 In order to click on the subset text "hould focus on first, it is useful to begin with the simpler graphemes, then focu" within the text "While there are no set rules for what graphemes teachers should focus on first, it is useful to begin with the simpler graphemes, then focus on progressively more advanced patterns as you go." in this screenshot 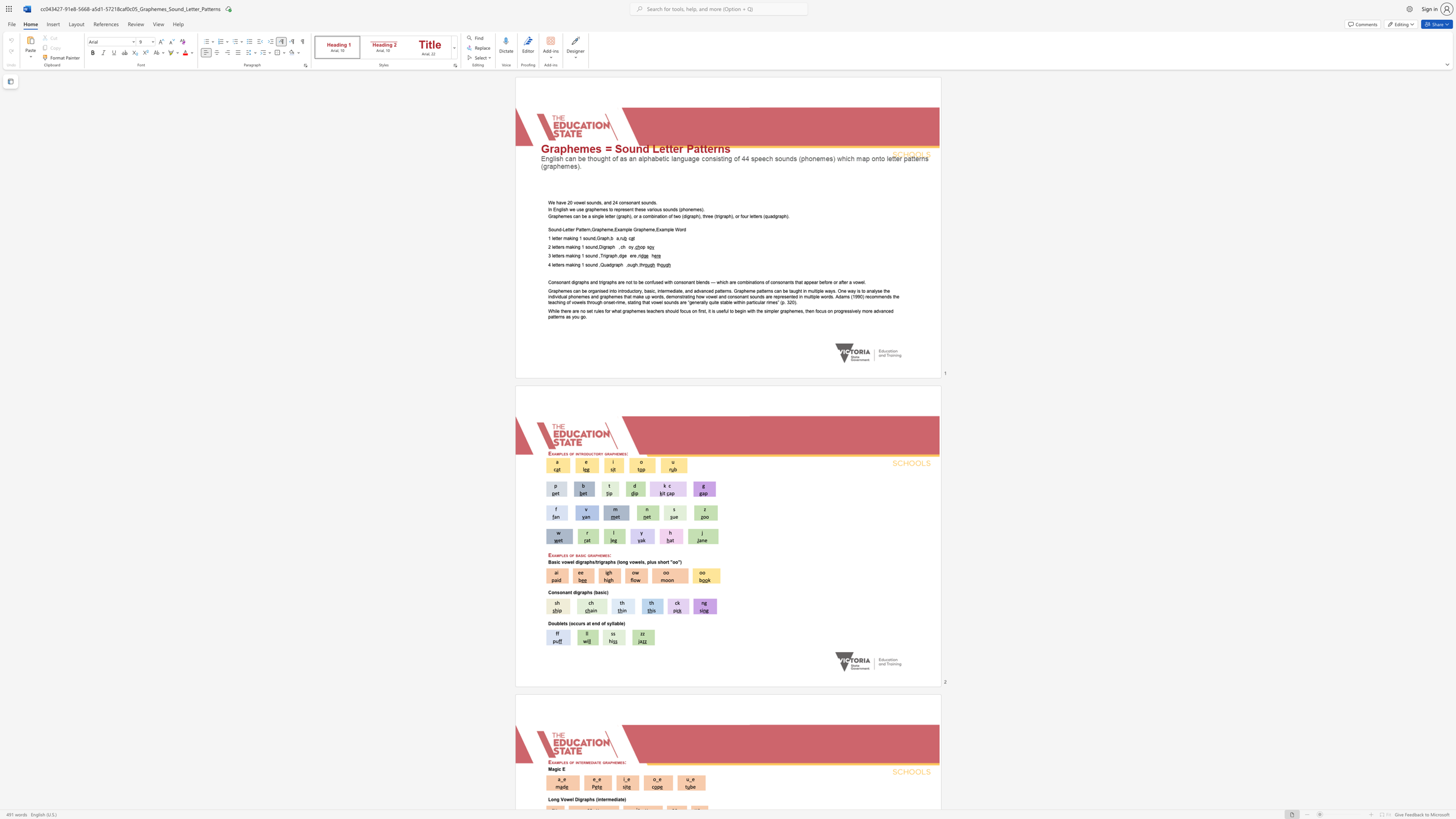, I will do `click(667, 311)`.